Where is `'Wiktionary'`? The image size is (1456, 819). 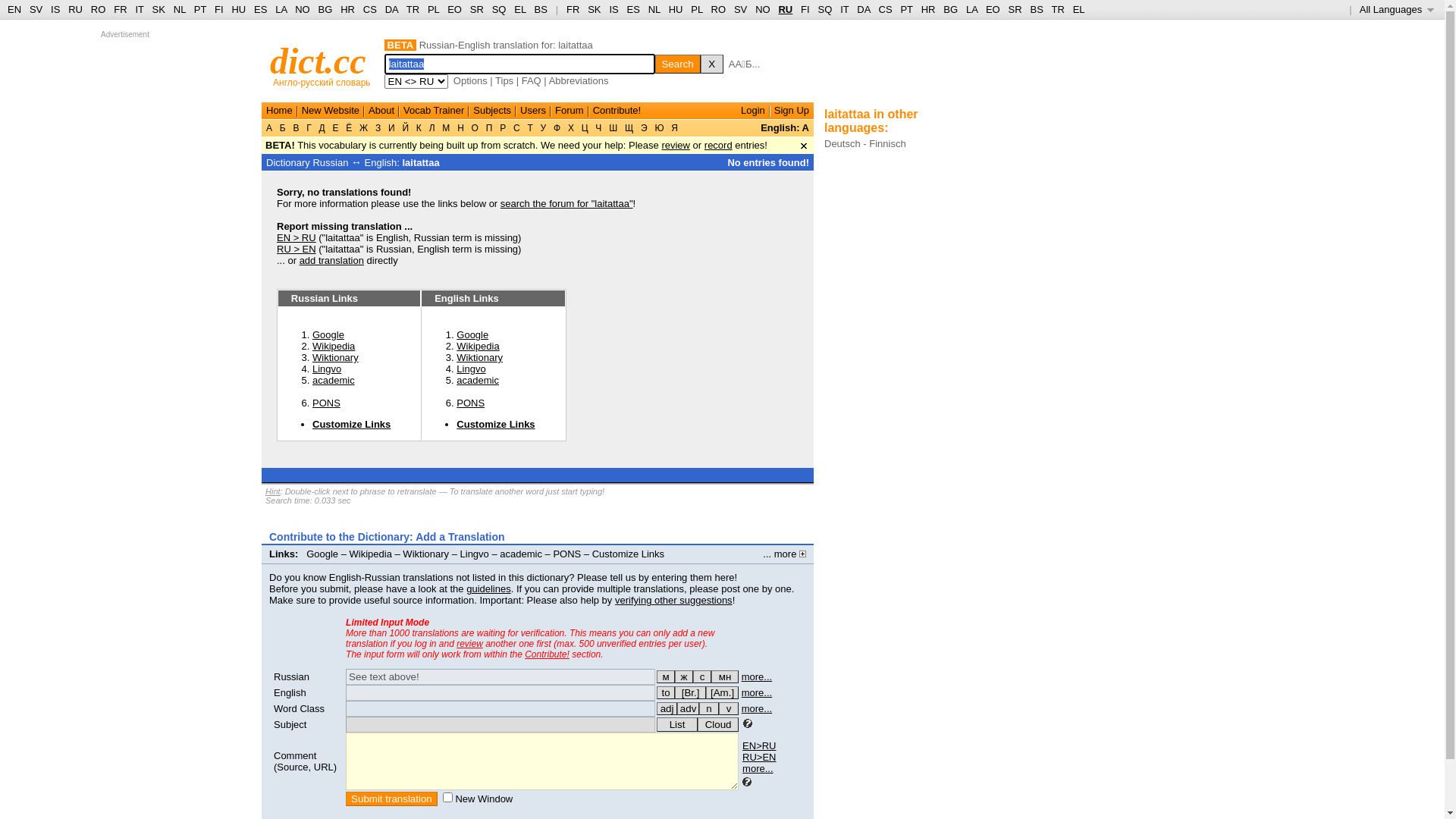 'Wiktionary' is located at coordinates (479, 357).